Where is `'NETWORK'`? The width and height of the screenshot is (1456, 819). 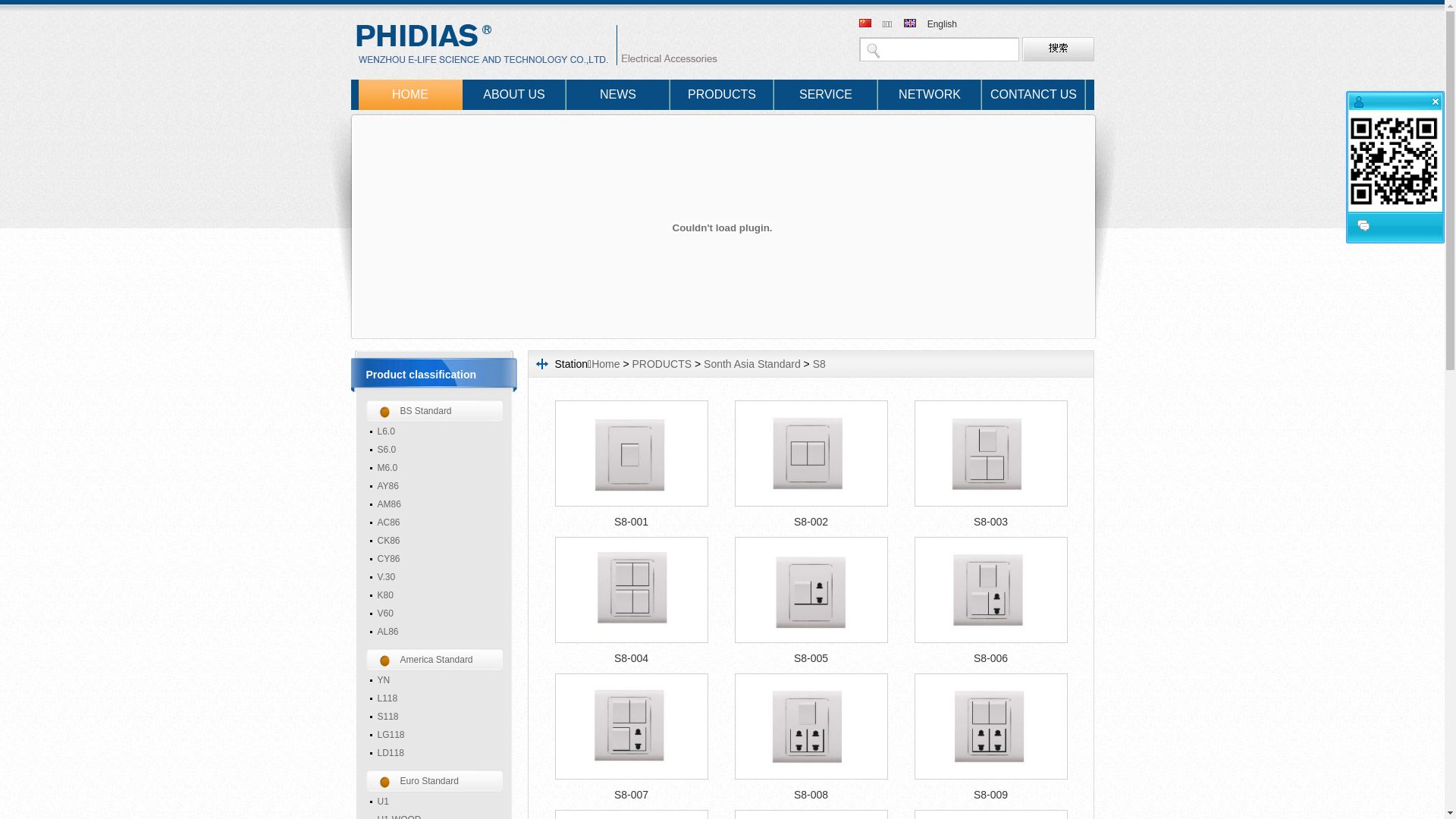
'NETWORK' is located at coordinates (929, 94).